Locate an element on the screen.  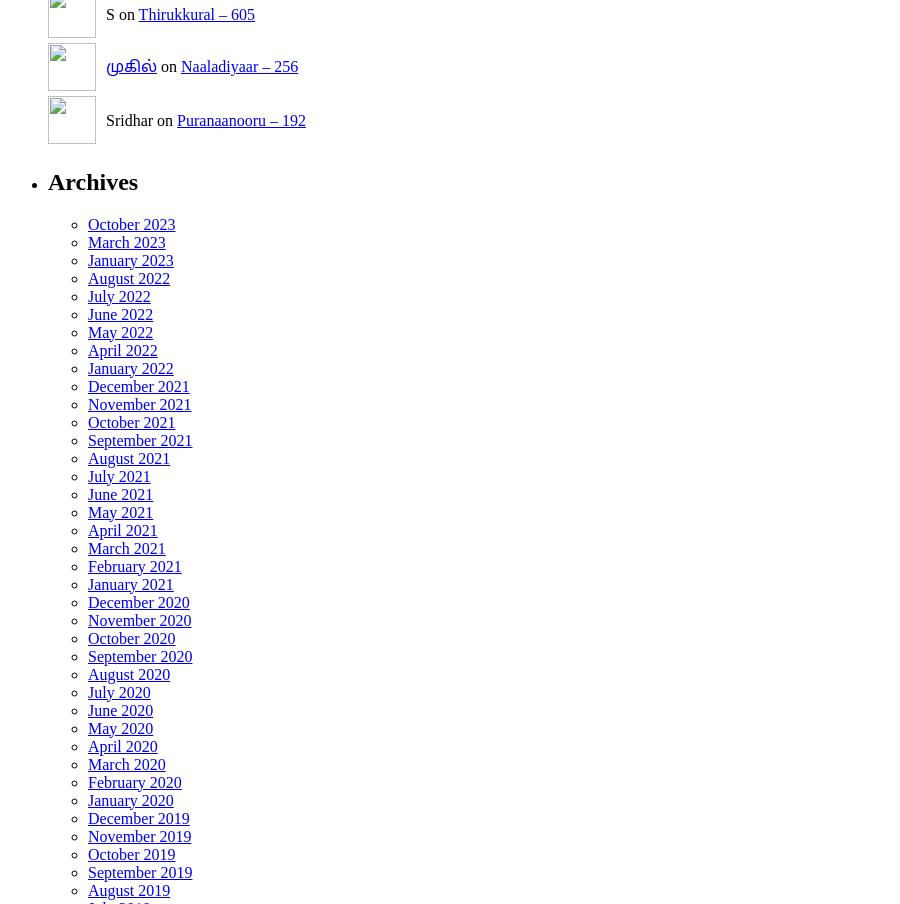
'March 2020' is located at coordinates (126, 763).